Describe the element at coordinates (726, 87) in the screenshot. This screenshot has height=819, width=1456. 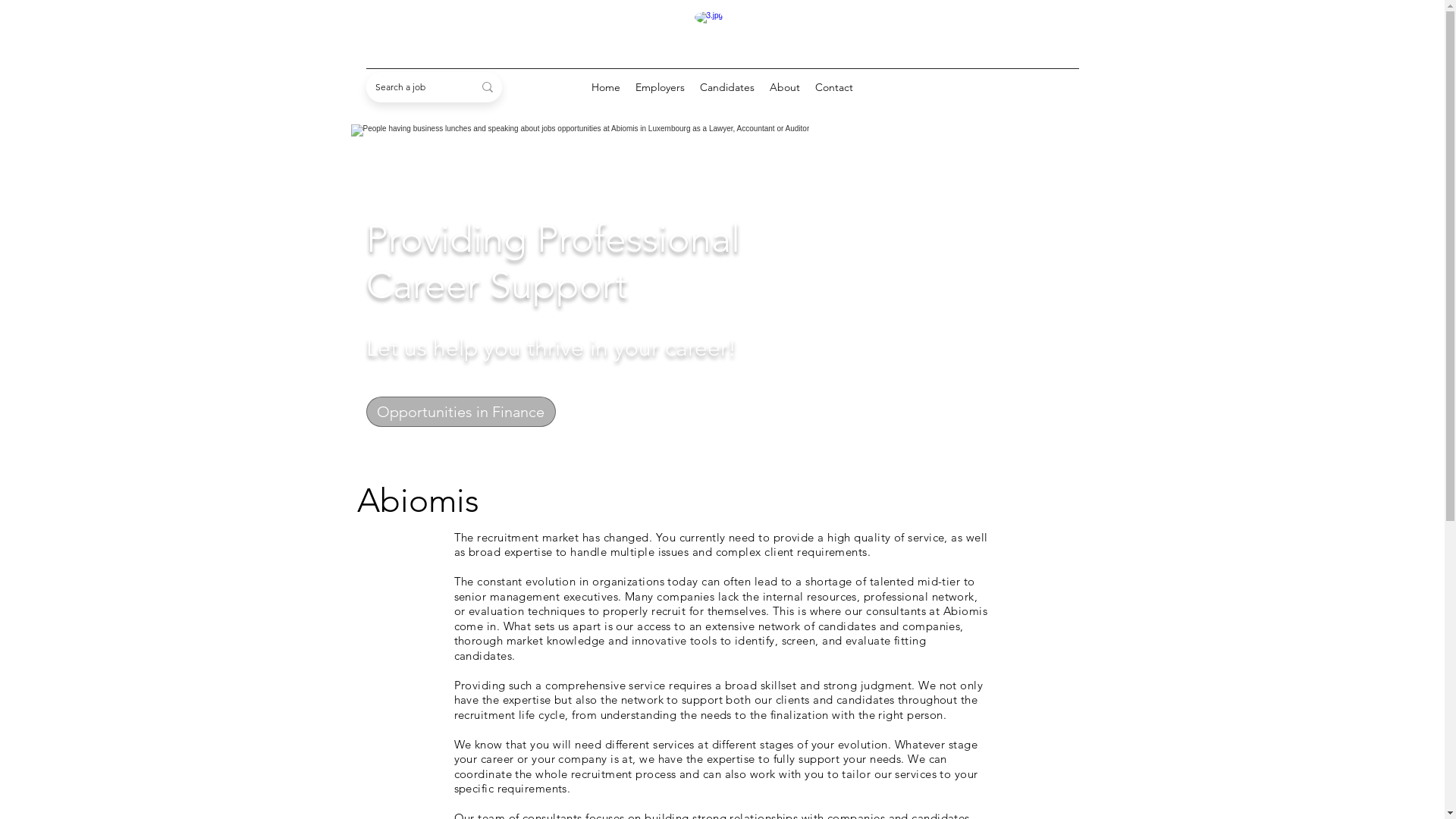
I see `'Candidates'` at that location.